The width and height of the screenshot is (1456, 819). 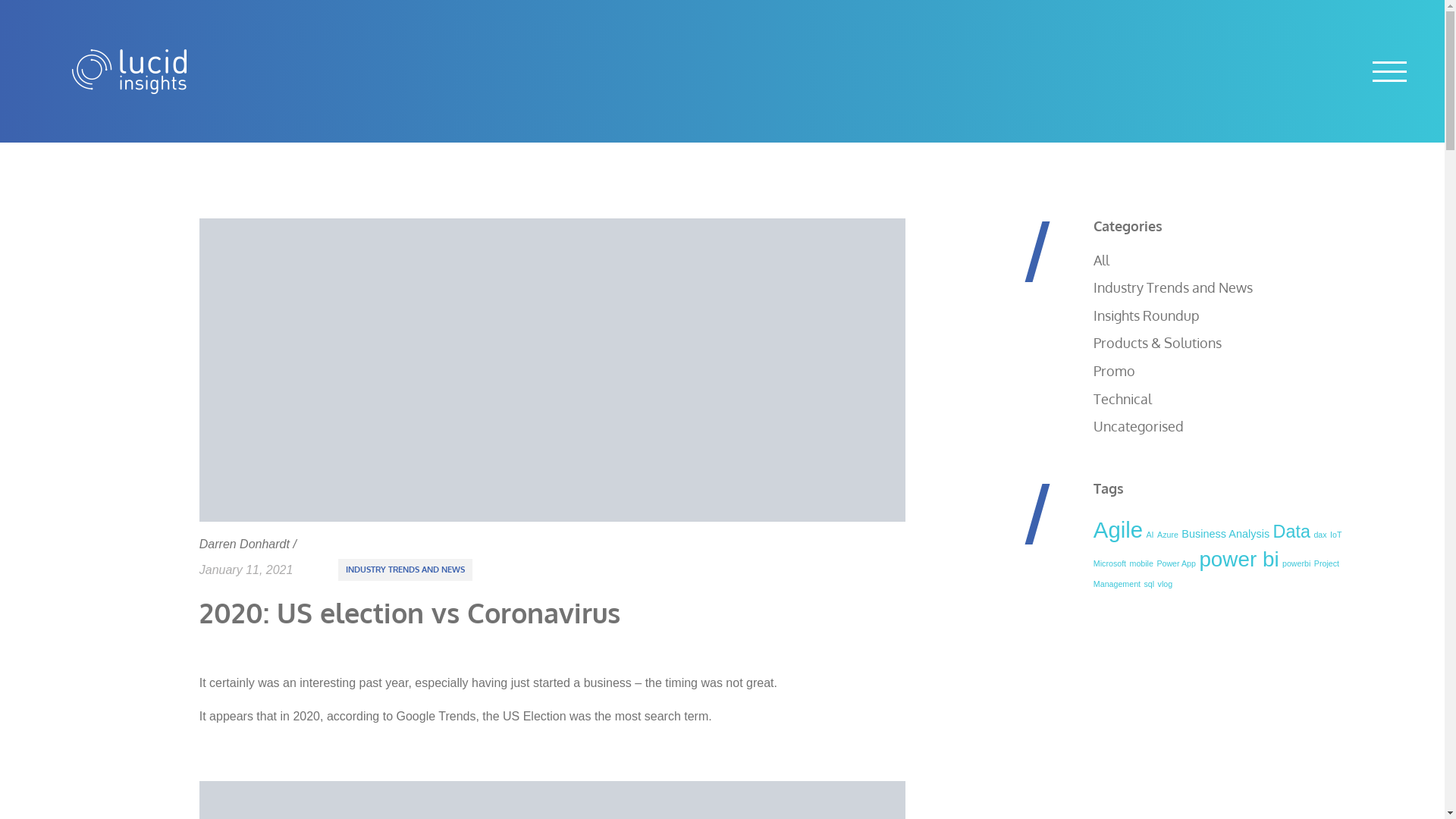 What do you see at coordinates (1167, 534) in the screenshot?
I see `'Azure'` at bounding box center [1167, 534].